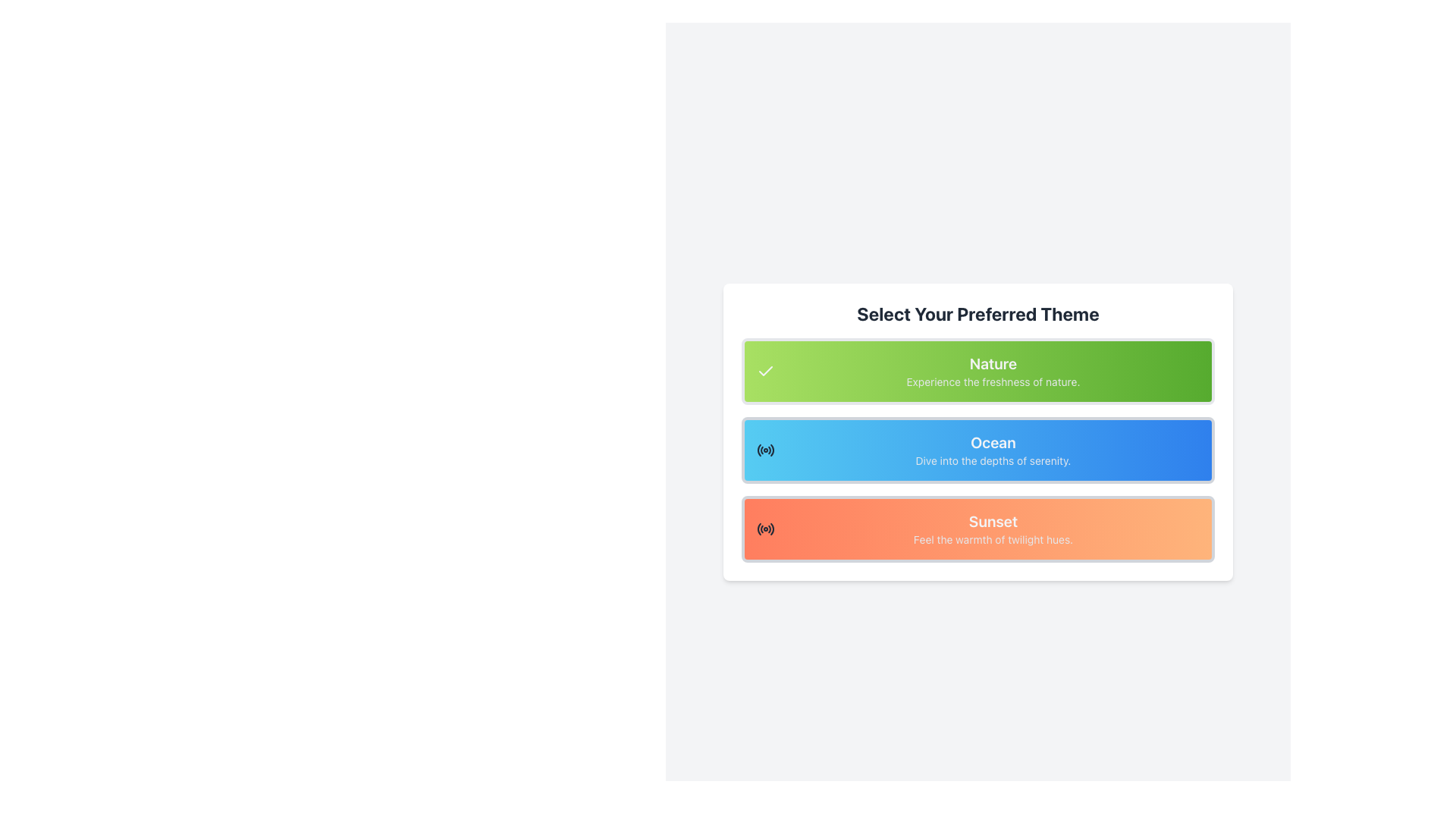  I want to click on the 'Nature' theme icon, which is a visual indicator within the green button labeled 'Nature' on the 'Select Your Preferred Theme' list, so click(765, 371).